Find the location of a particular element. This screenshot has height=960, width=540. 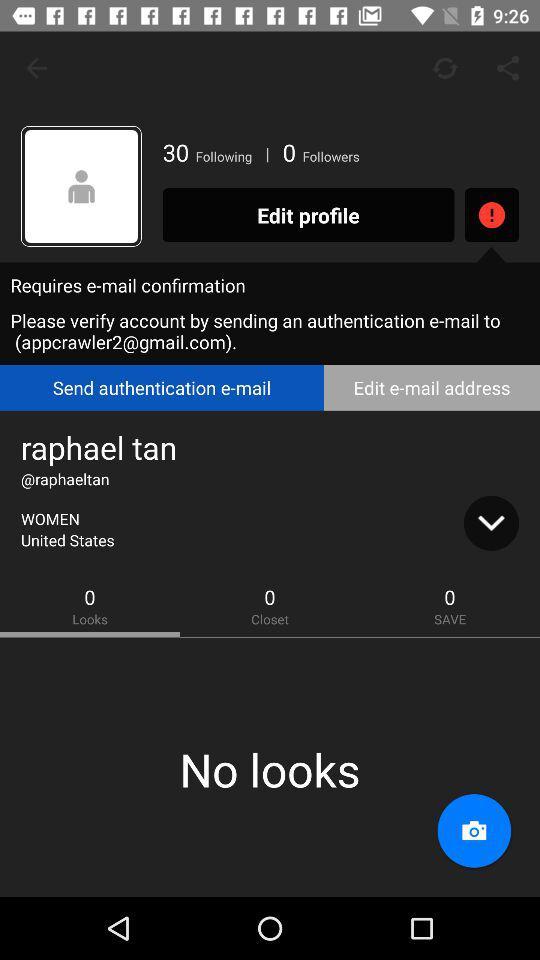

profile picture is located at coordinates (80, 186).